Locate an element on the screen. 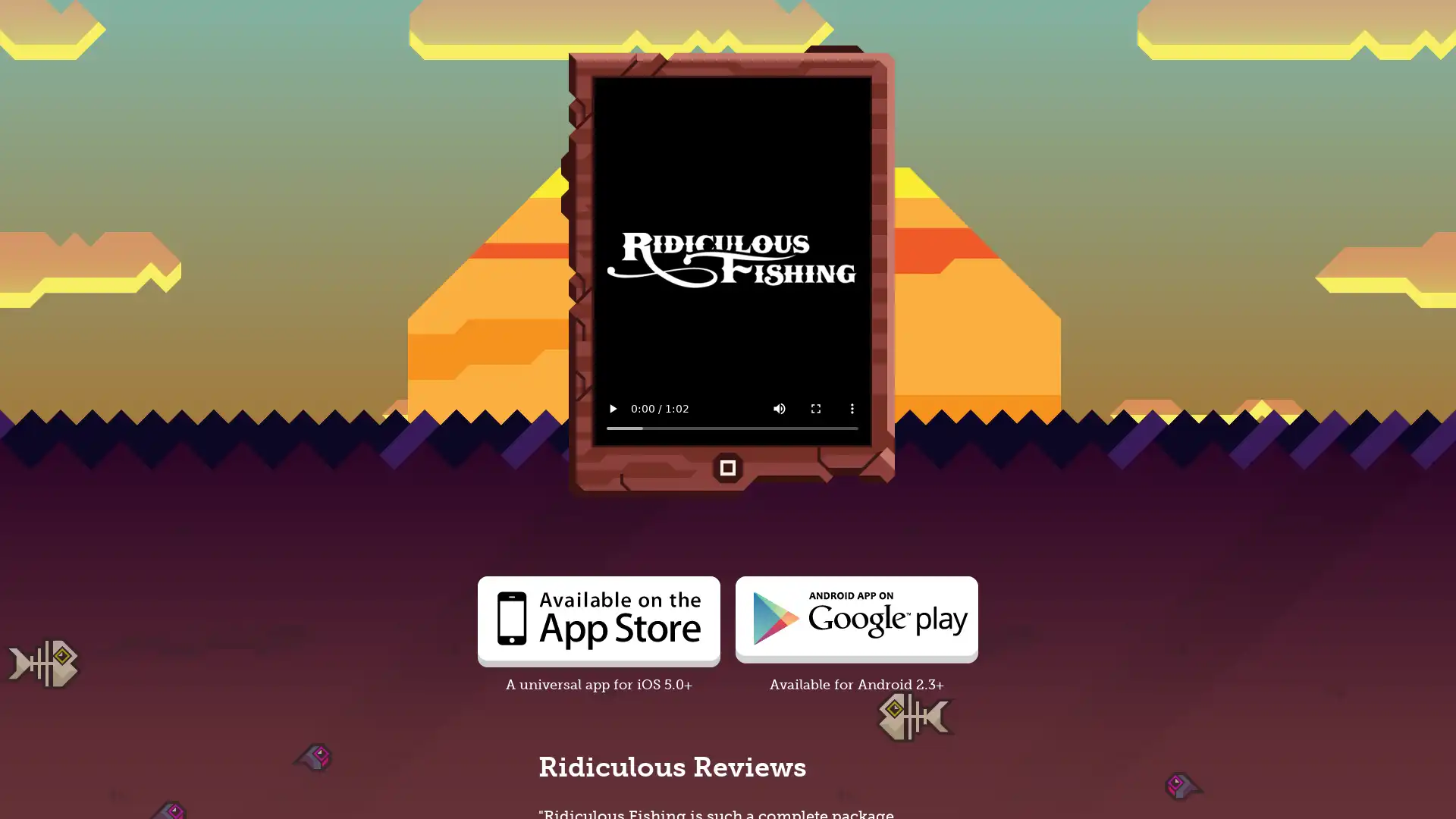 The width and height of the screenshot is (1456, 819). mute is located at coordinates (779, 408).